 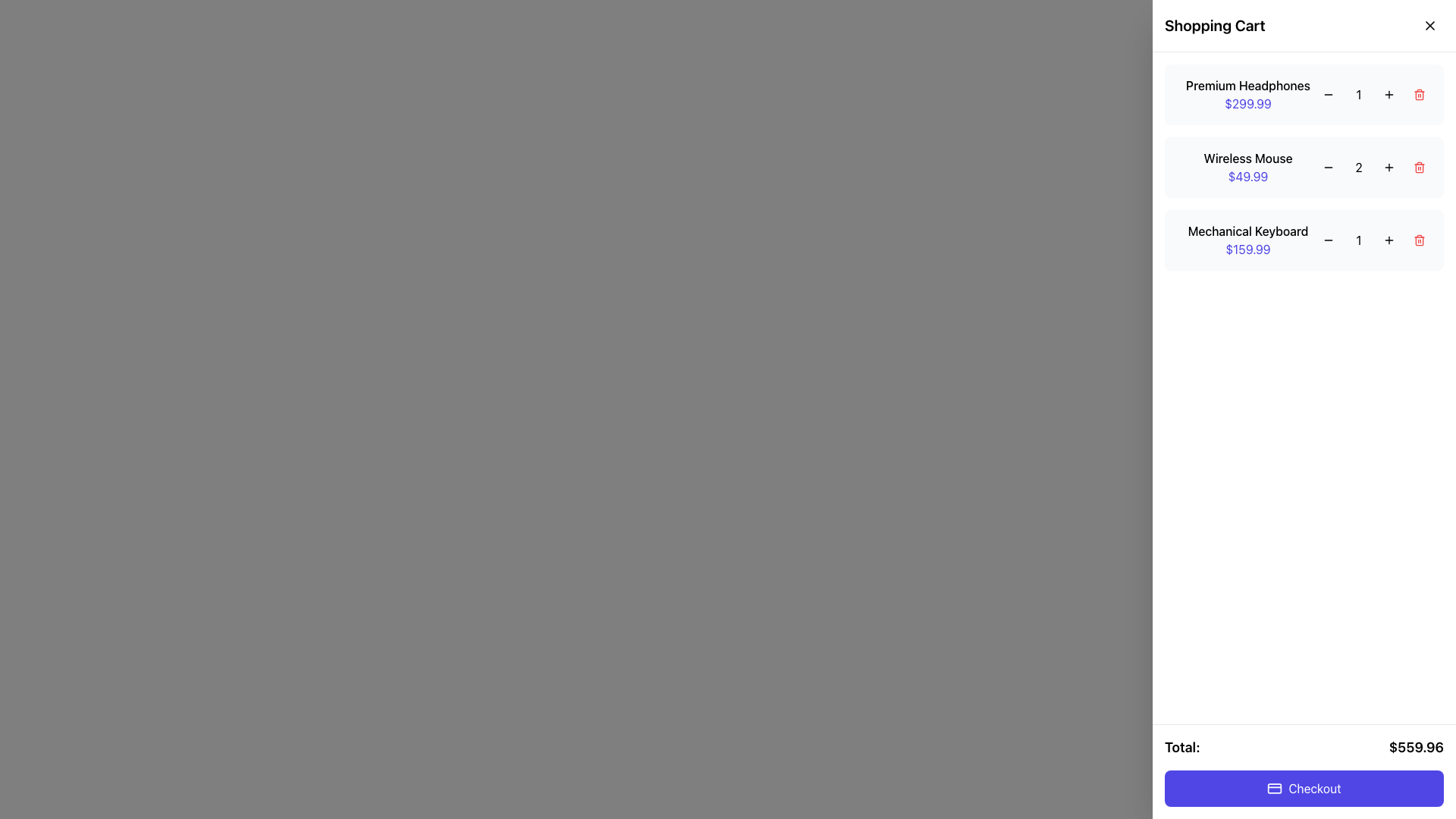 I want to click on the circular minus button with a minus icon in the shopping cart interface for the product 'Wireless Mouse', so click(x=1328, y=167).